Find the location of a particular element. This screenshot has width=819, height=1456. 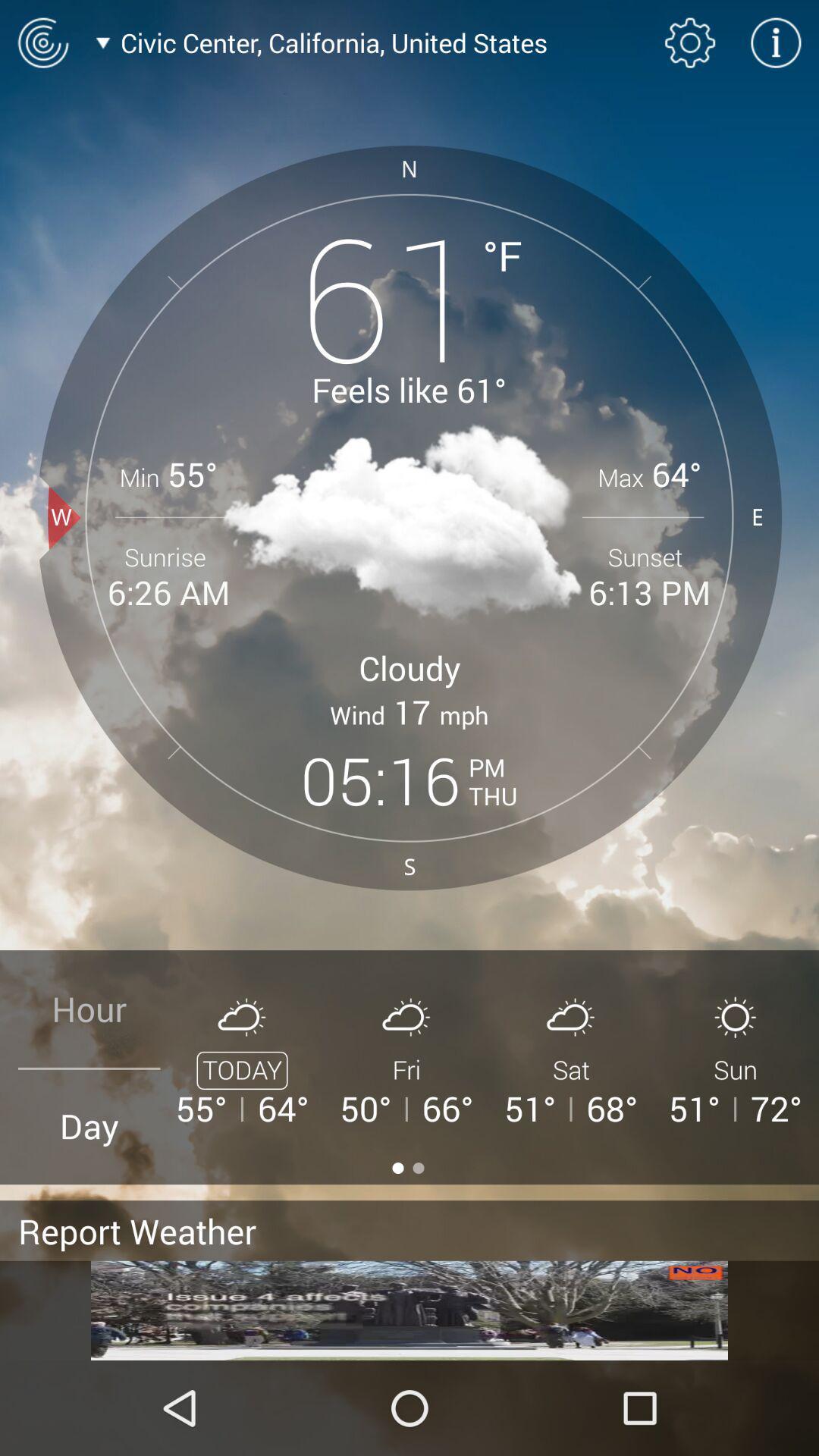

click the advertisement at bottom is located at coordinates (409, 1310).